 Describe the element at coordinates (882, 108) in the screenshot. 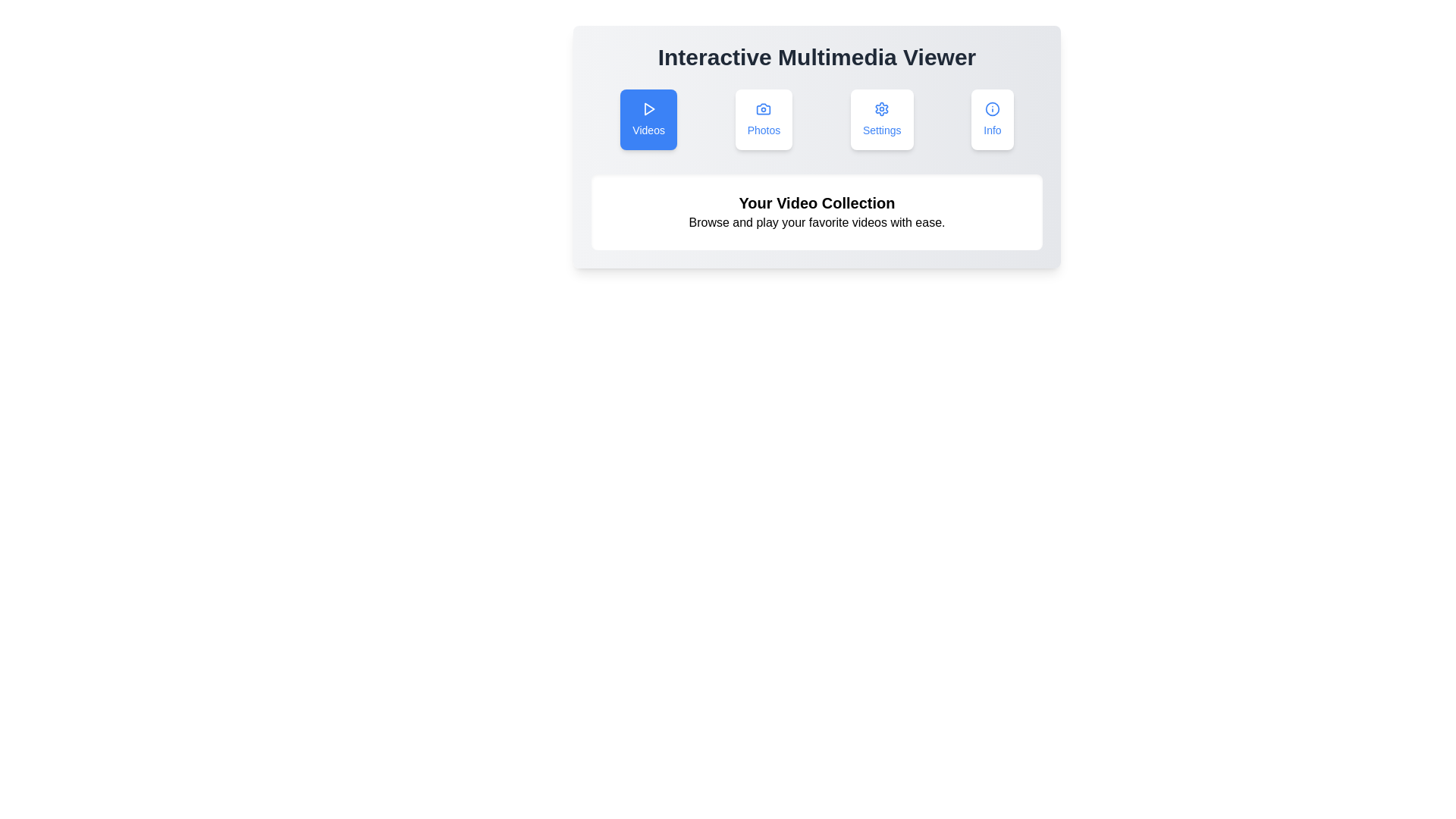

I see `the settings icon located above the 'Settings' text in the navigation panel of the multimedia viewer application, positioned between the 'Photos' and 'Info' options` at that location.